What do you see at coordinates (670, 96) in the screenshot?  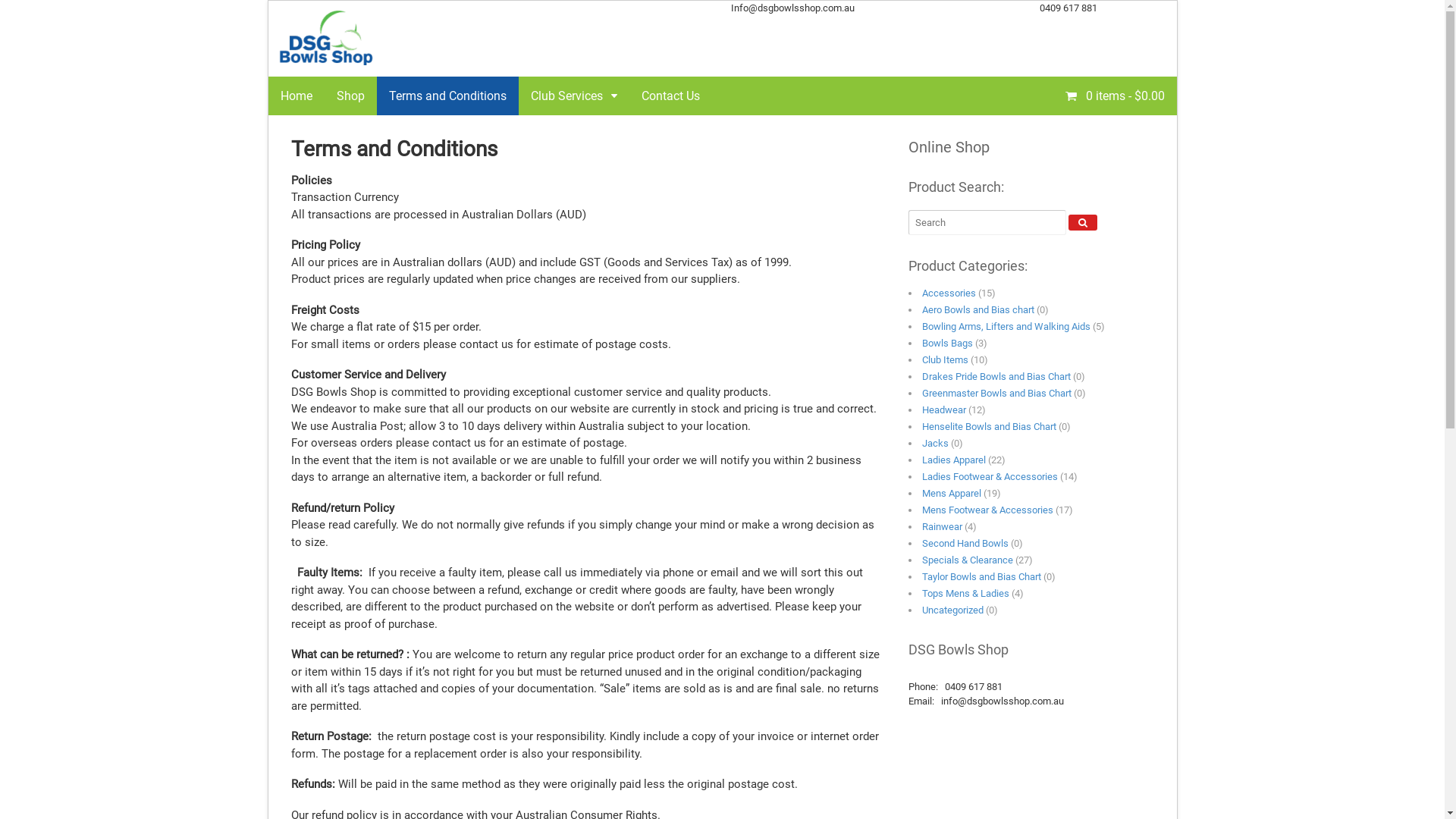 I see `'Contact Us'` at bounding box center [670, 96].